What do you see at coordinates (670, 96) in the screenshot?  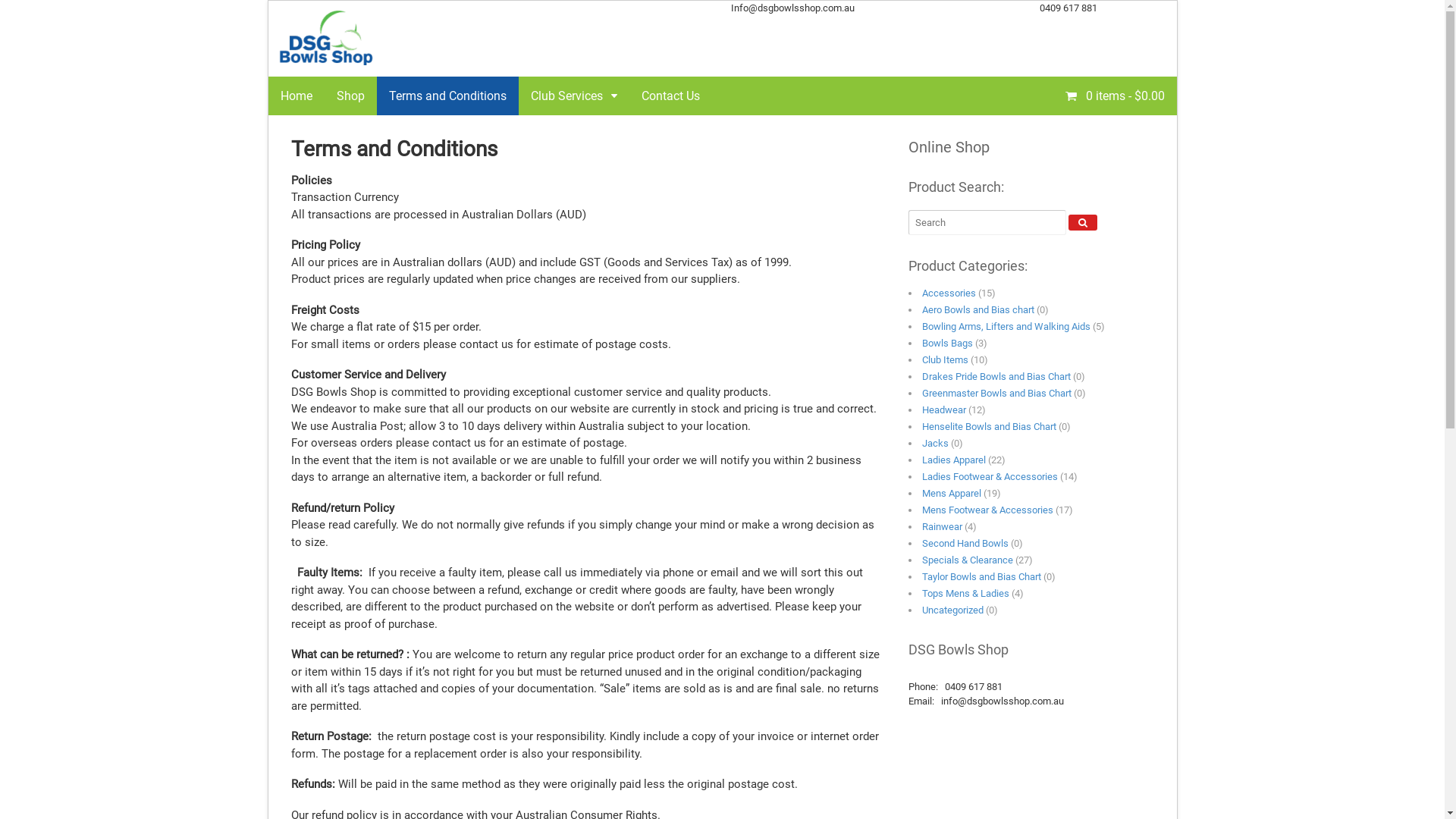 I see `'Contact Us'` at bounding box center [670, 96].